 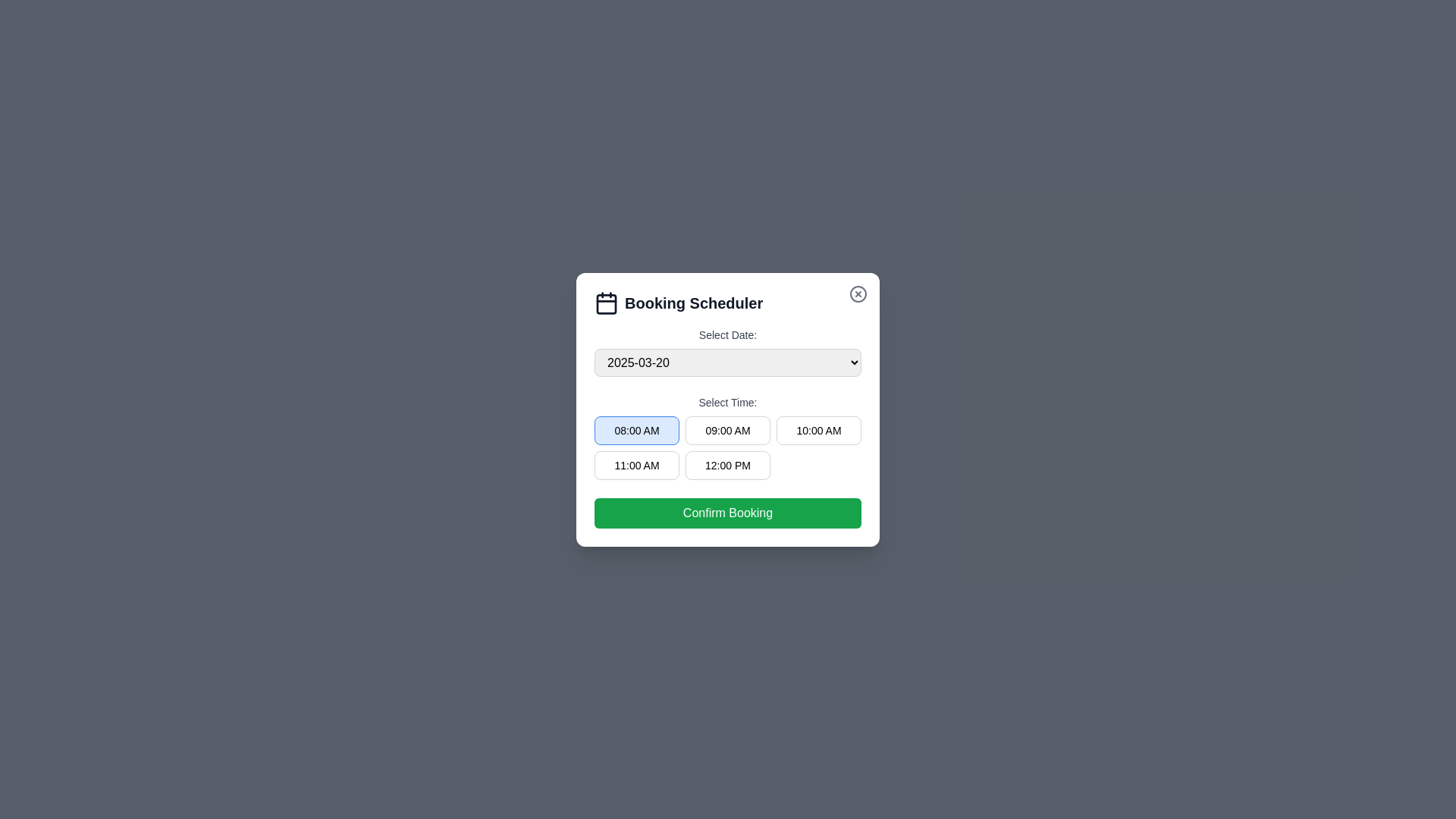 What do you see at coordinates (858, 293) in the screenshot?
I see `the circular outline of the 'close' icon in the top-right corner of the modal` at bounding box center [858, 293].